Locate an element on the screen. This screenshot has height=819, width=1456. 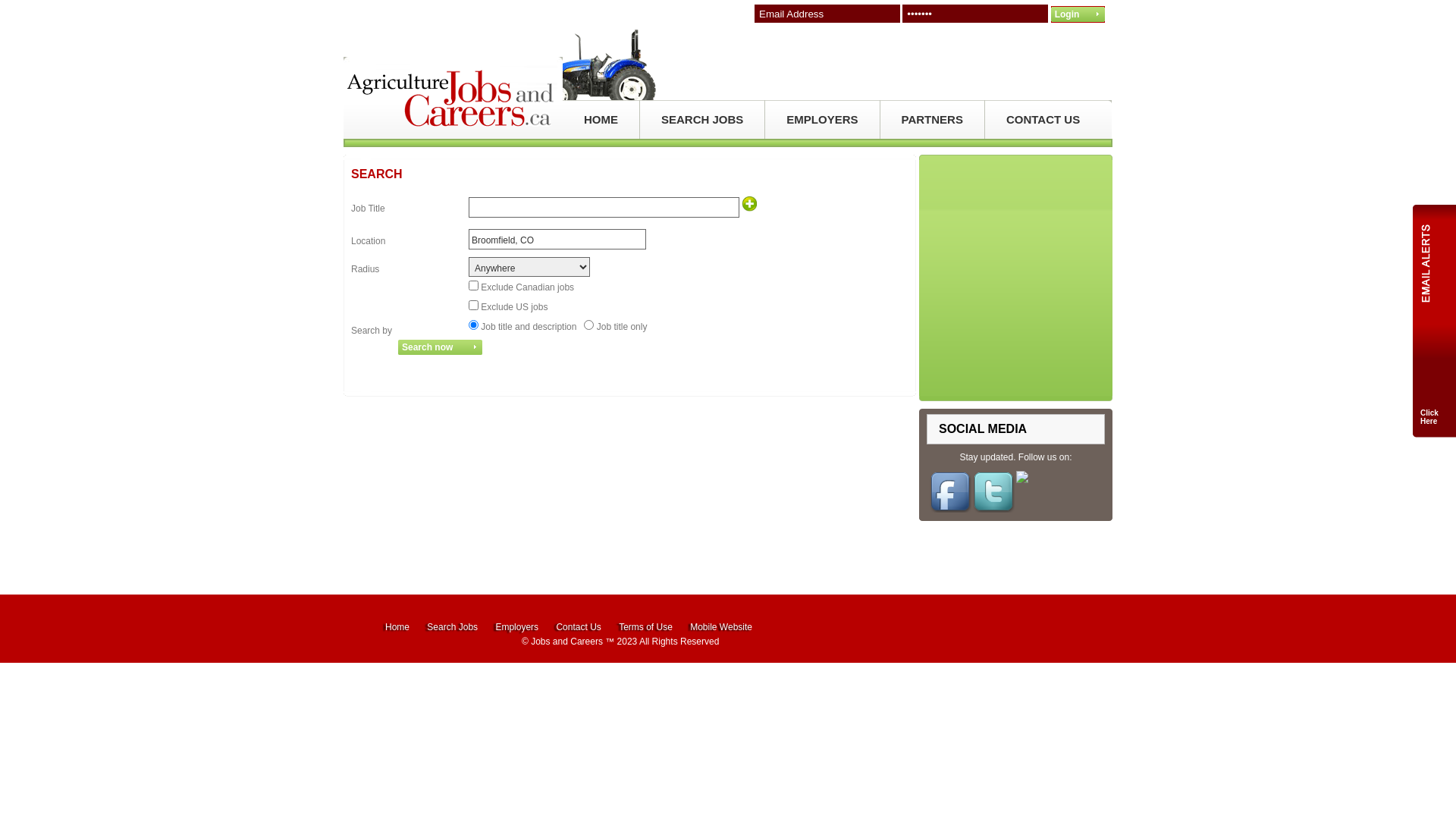
'Terms of Use' is located at coordinates (645, 626).